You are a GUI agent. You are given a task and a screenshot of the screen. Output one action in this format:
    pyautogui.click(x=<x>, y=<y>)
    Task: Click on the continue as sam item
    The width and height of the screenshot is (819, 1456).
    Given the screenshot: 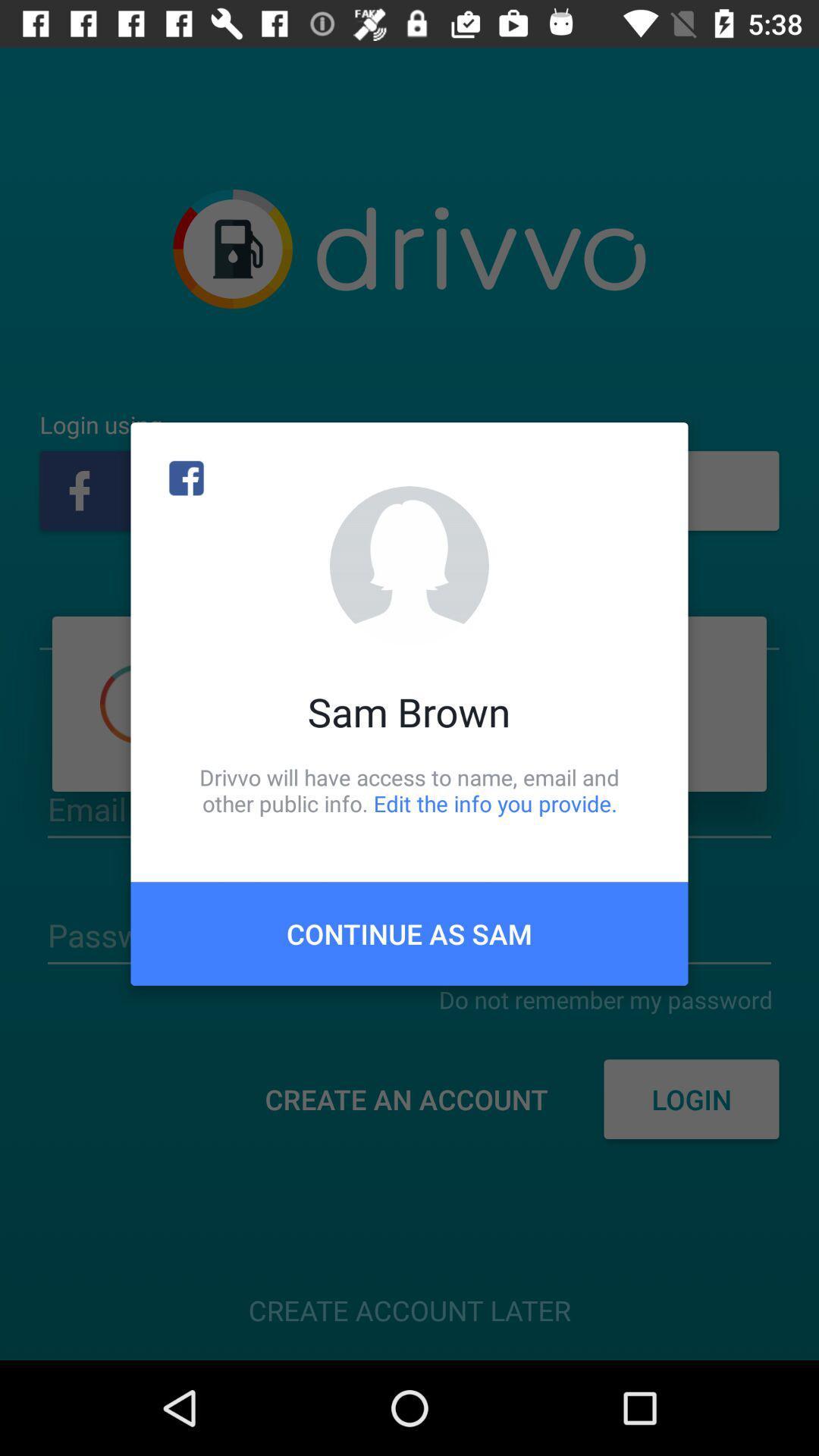 What is the action you would take?
    pyautogui.click(x=409, y=933)
    